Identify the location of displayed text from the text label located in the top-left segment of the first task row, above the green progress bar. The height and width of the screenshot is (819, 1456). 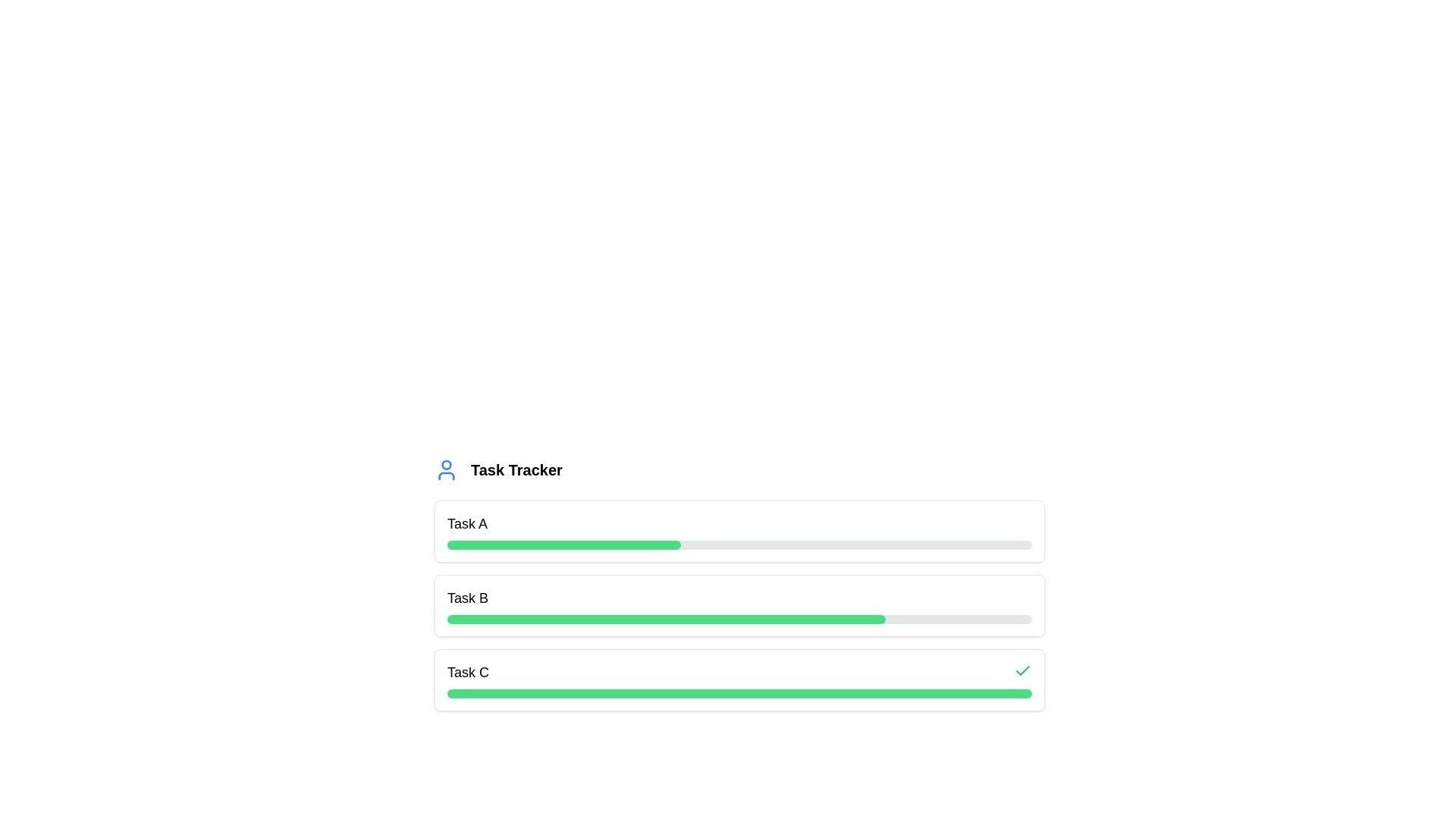
(466, 522).